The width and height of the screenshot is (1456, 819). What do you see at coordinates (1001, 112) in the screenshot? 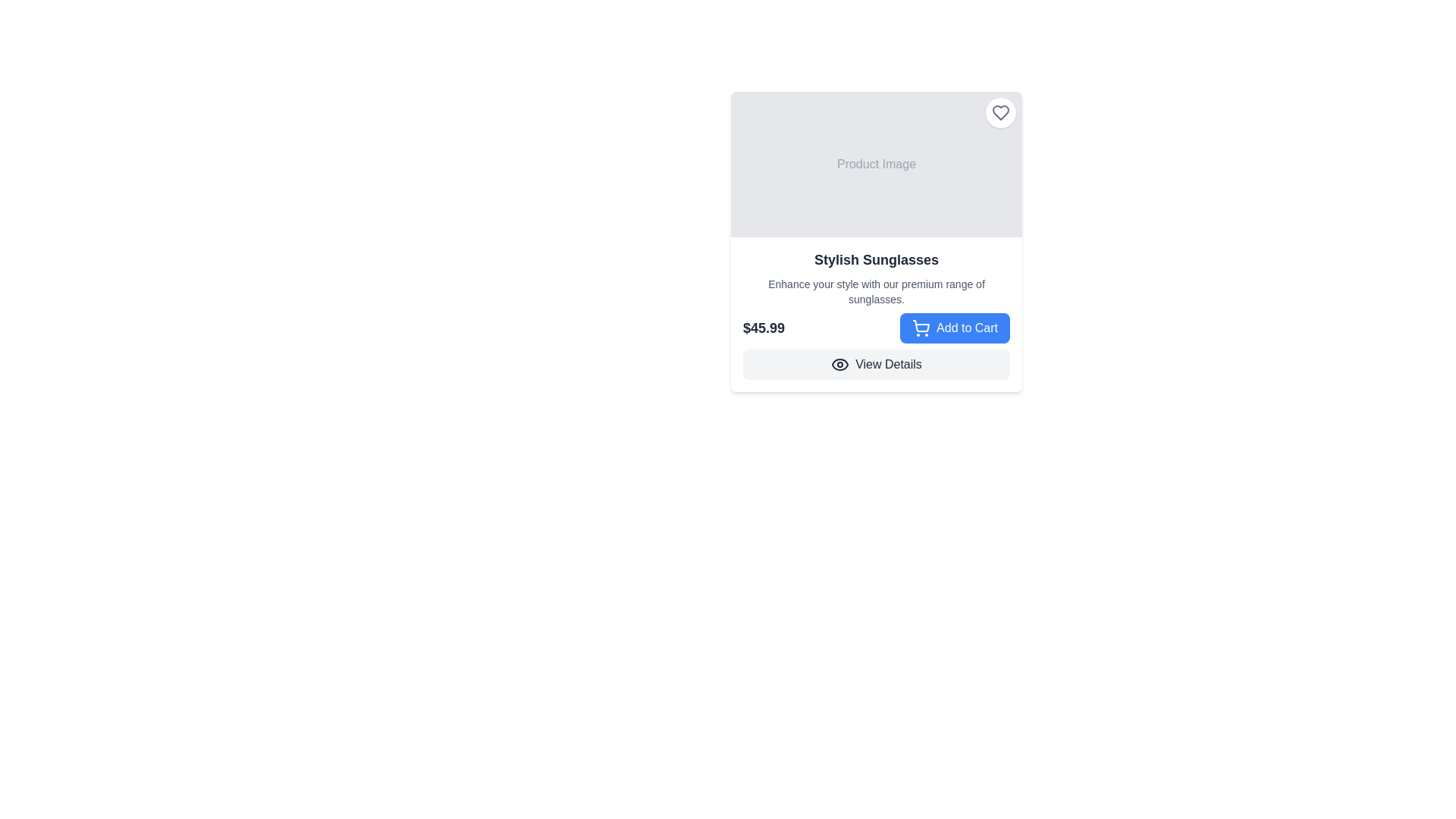
I see `the heart icon located in the top-right corner of the Stylish Sunglasses product card` at bounding box center [1001, 112].